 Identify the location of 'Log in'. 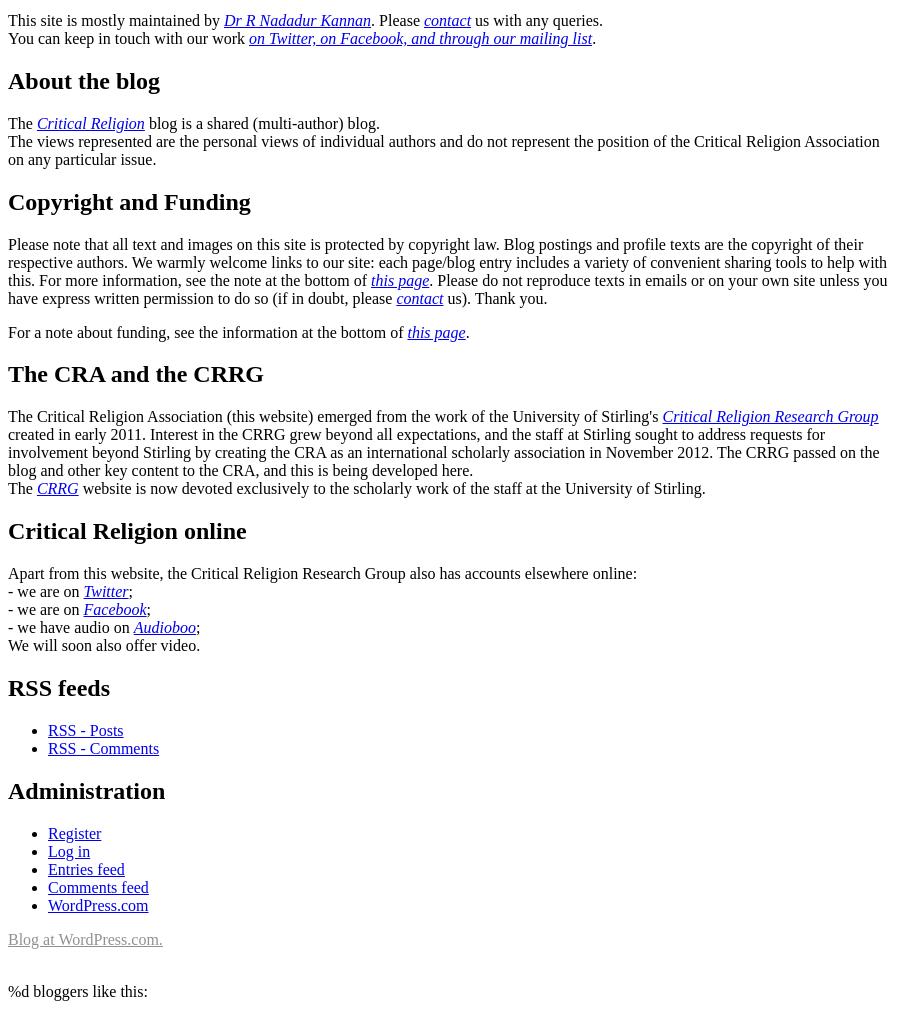
(68, 849).